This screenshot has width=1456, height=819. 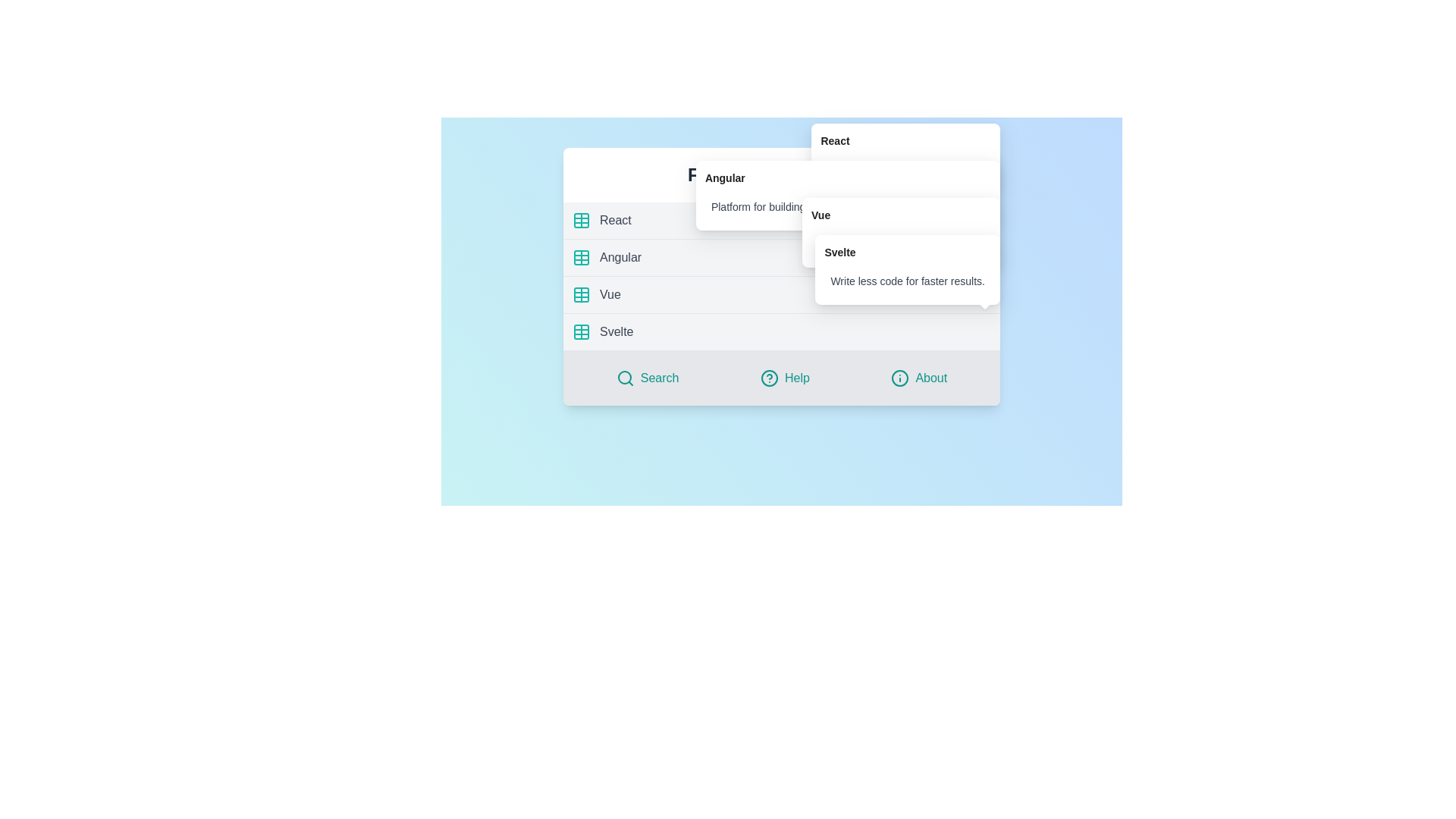 I want to click on the teal stroked circular information icon located to the left of the text 'About' in the footer navigation bar, so click(x=900, y=377).